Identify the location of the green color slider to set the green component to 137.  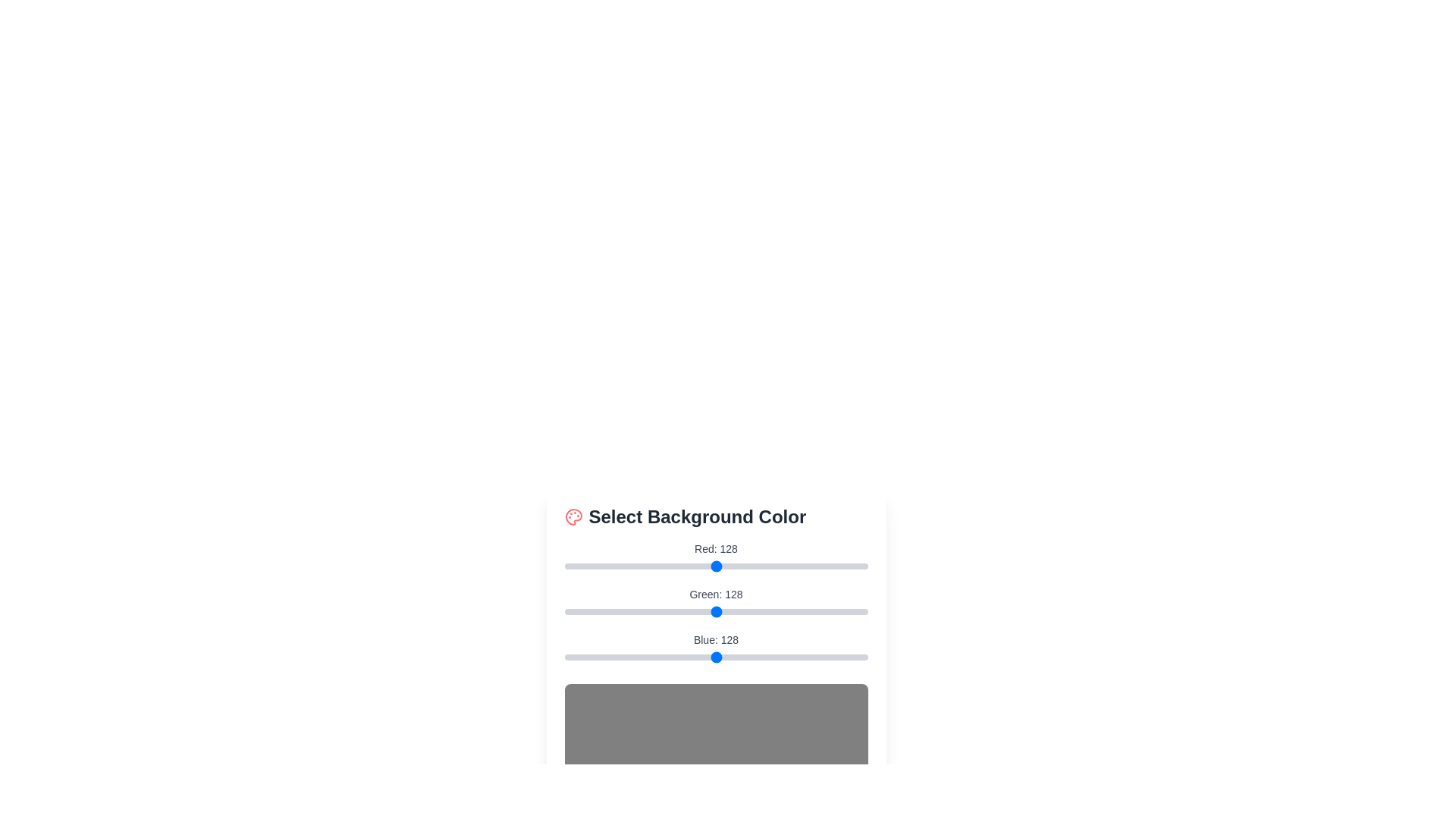
(726, 610).